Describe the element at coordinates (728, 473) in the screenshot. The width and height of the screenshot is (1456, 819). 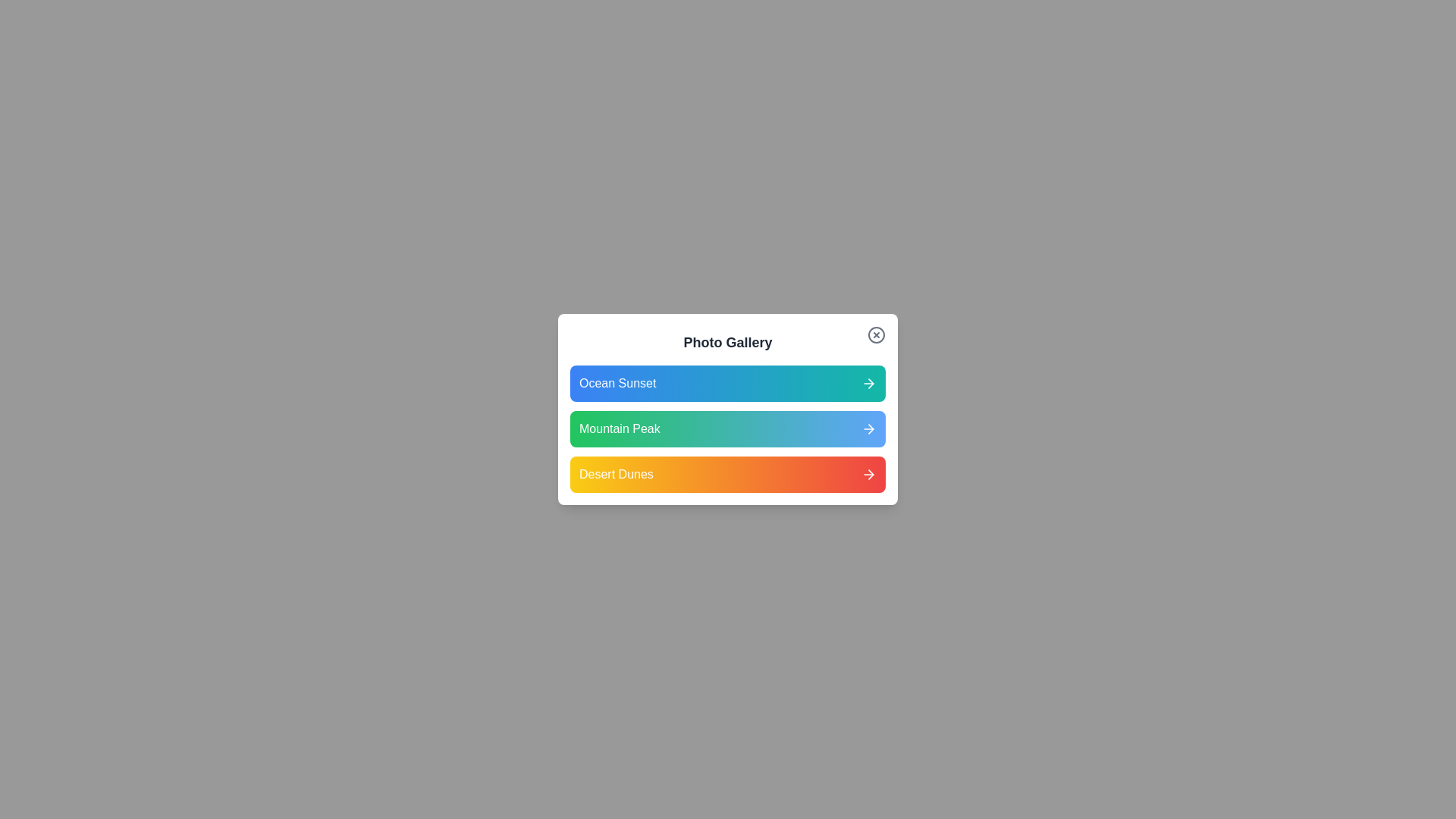
I see `the photo titled Desert Dunes from the list` at that location.